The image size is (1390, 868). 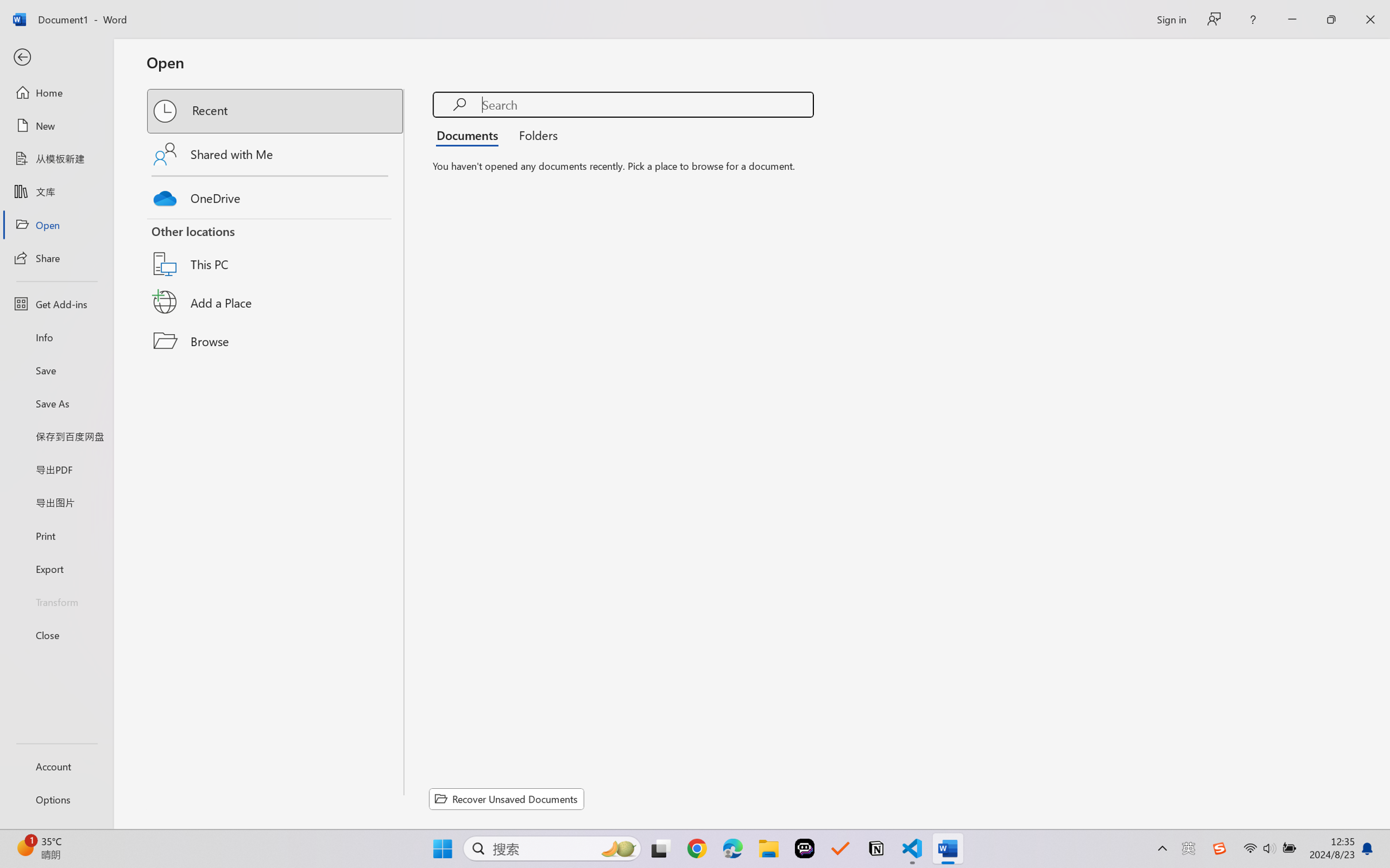 What do you see at coordinates (56, 799) in the screenshot?
I see `'Options'` at bounding box center [56, 799].